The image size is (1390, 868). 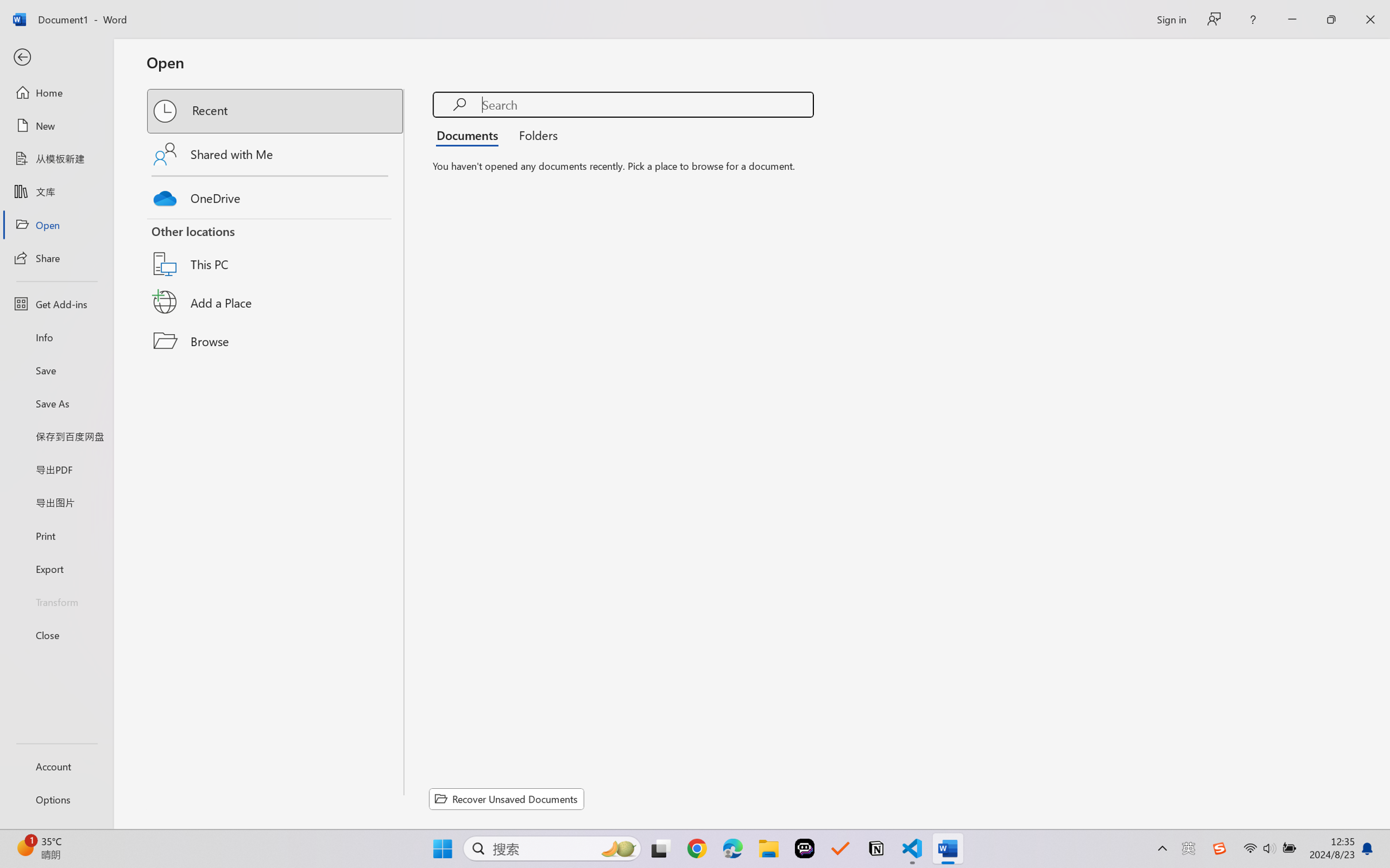 What do you see at coordinates (56, 799) in the screenshot?
I see `'Options'` at bounding box center [56, 799].